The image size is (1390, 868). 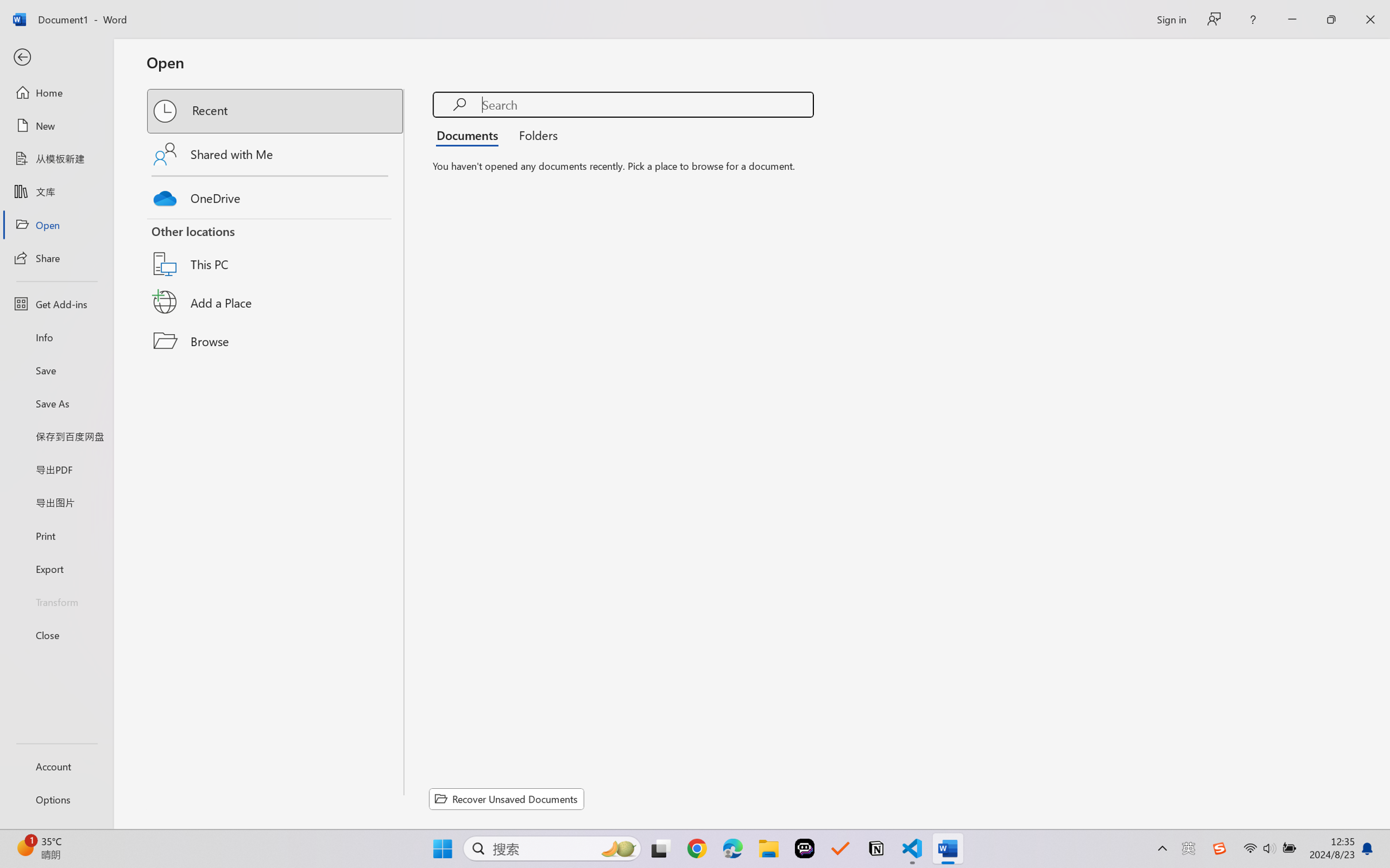 What do you see at coordinates (56, 799) in the screenshot?
I see `'Options'` at bounding box center [56, 799].